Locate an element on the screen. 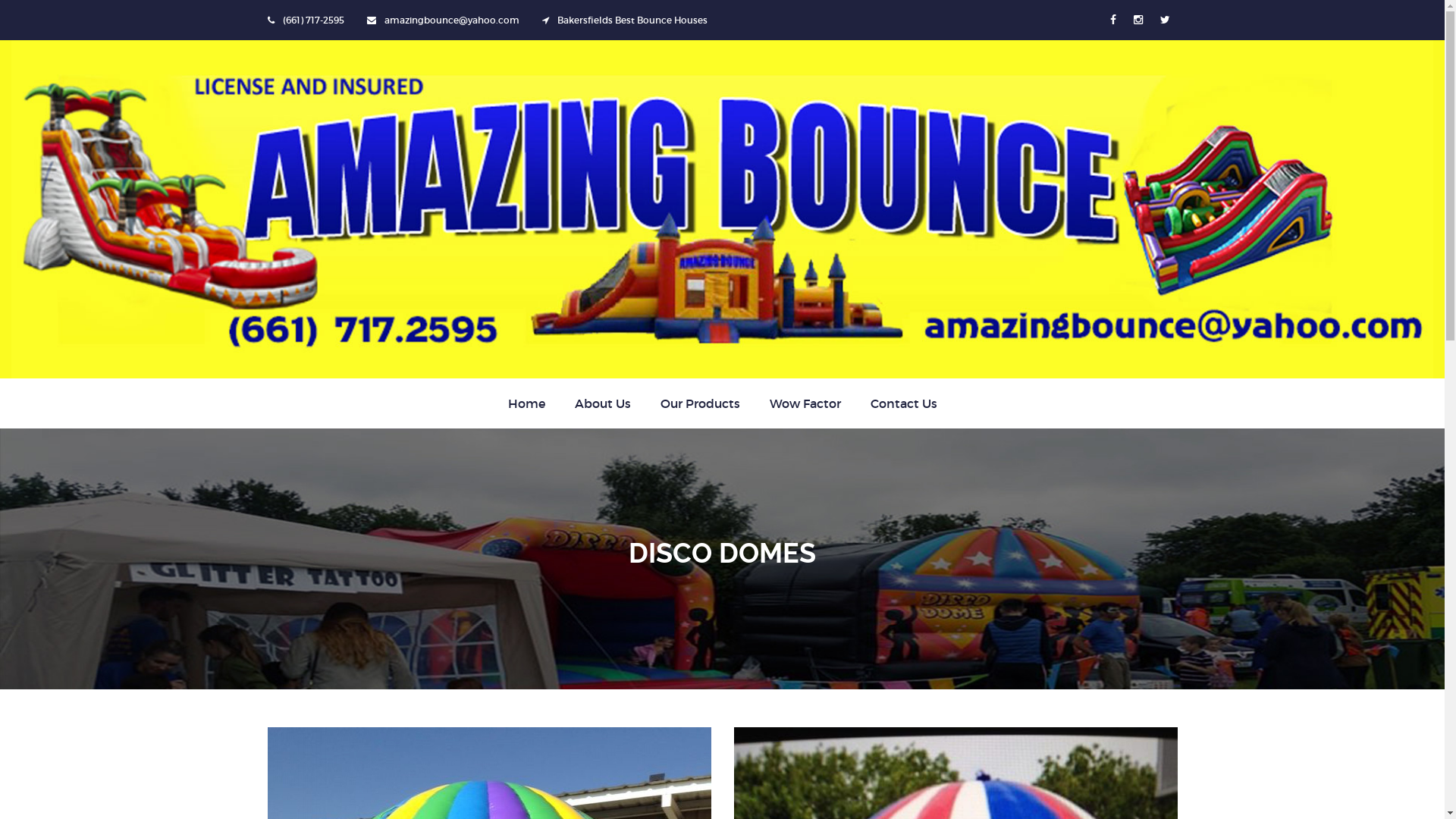 This screenshot has width=1456, height=819. 'Contact Us' is located at coordinates (903, 403).